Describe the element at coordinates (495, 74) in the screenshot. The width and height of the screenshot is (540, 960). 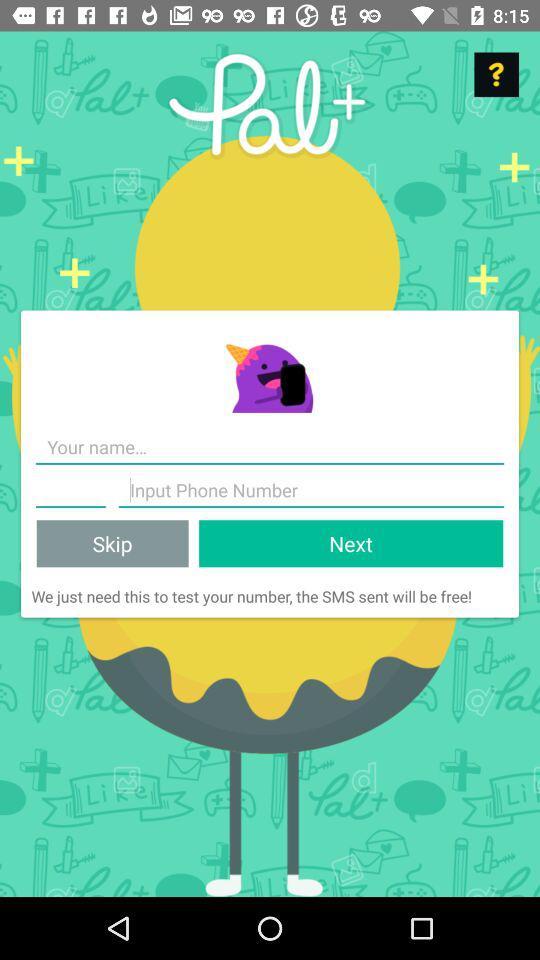
I see `help options` at that location.